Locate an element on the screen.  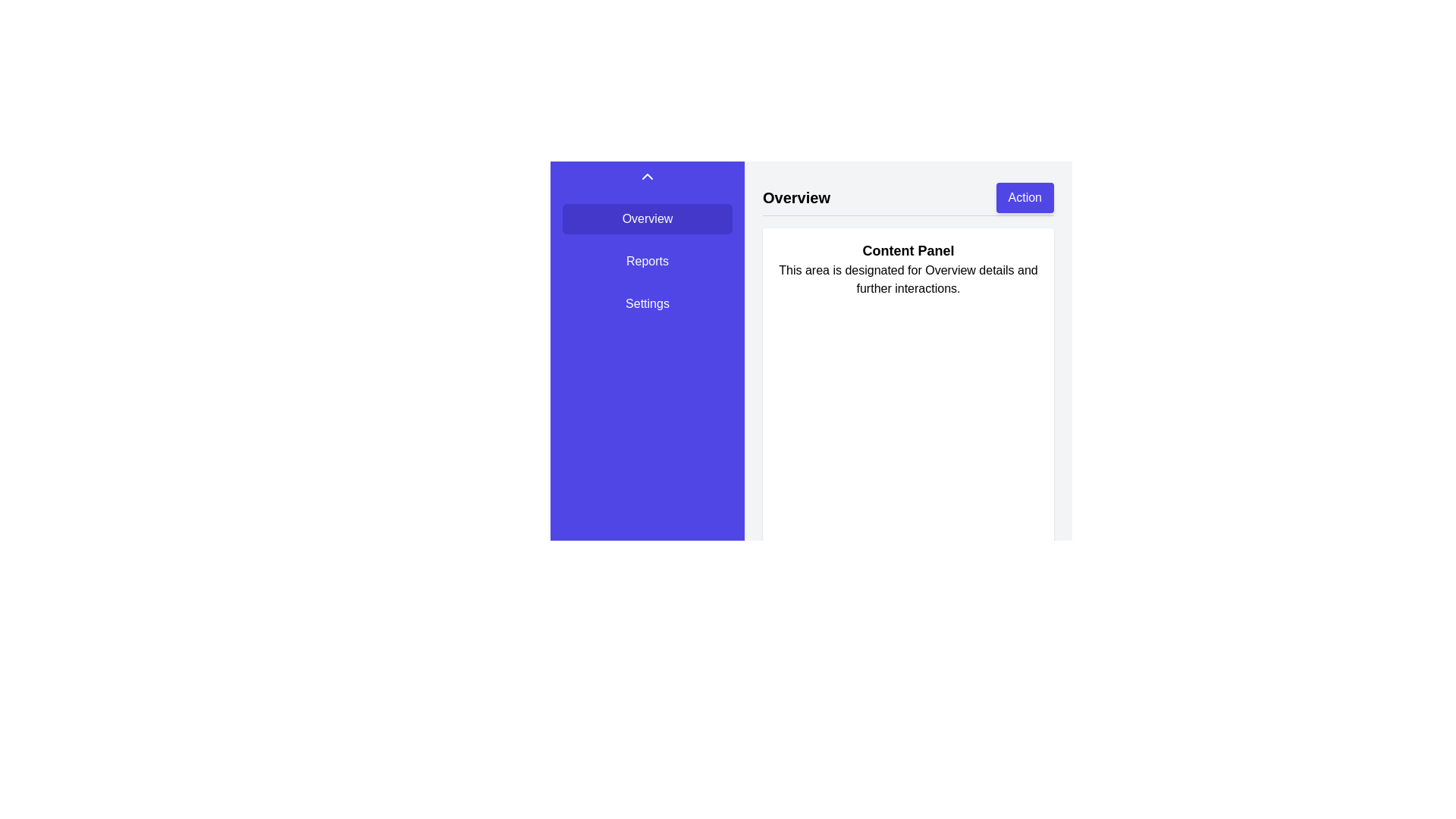
the 'Reports' button, which is a text label in a purple button located in the sidebar, positioned between the 'Overview' and 'Settings' buttons is located at coordinates (648, 260).